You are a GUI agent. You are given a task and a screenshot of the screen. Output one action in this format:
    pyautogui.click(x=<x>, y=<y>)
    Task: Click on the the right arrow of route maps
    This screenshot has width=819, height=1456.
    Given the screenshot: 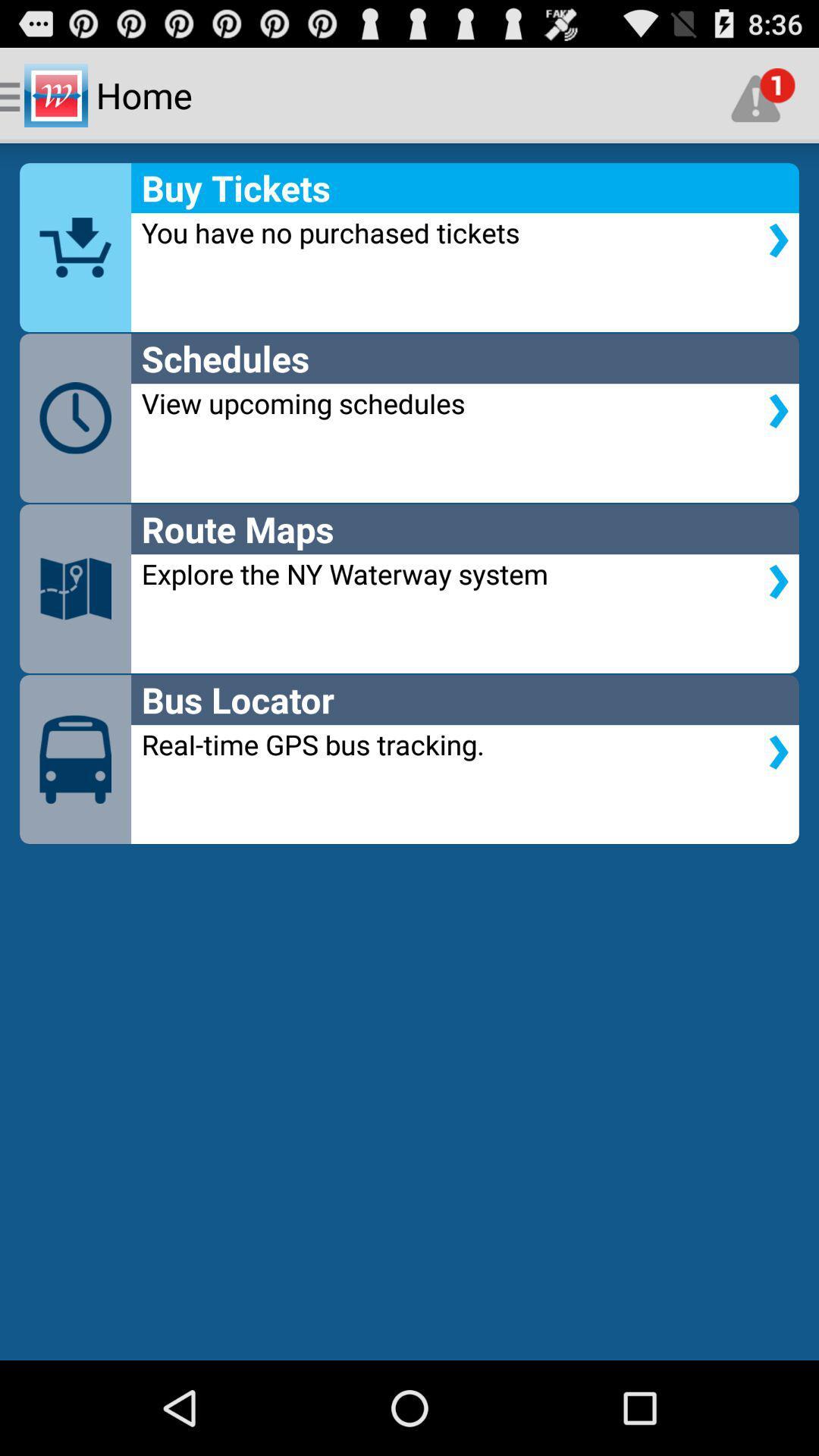 What is the action you would take?
    pyautogui.click(x=778, y=581)
    